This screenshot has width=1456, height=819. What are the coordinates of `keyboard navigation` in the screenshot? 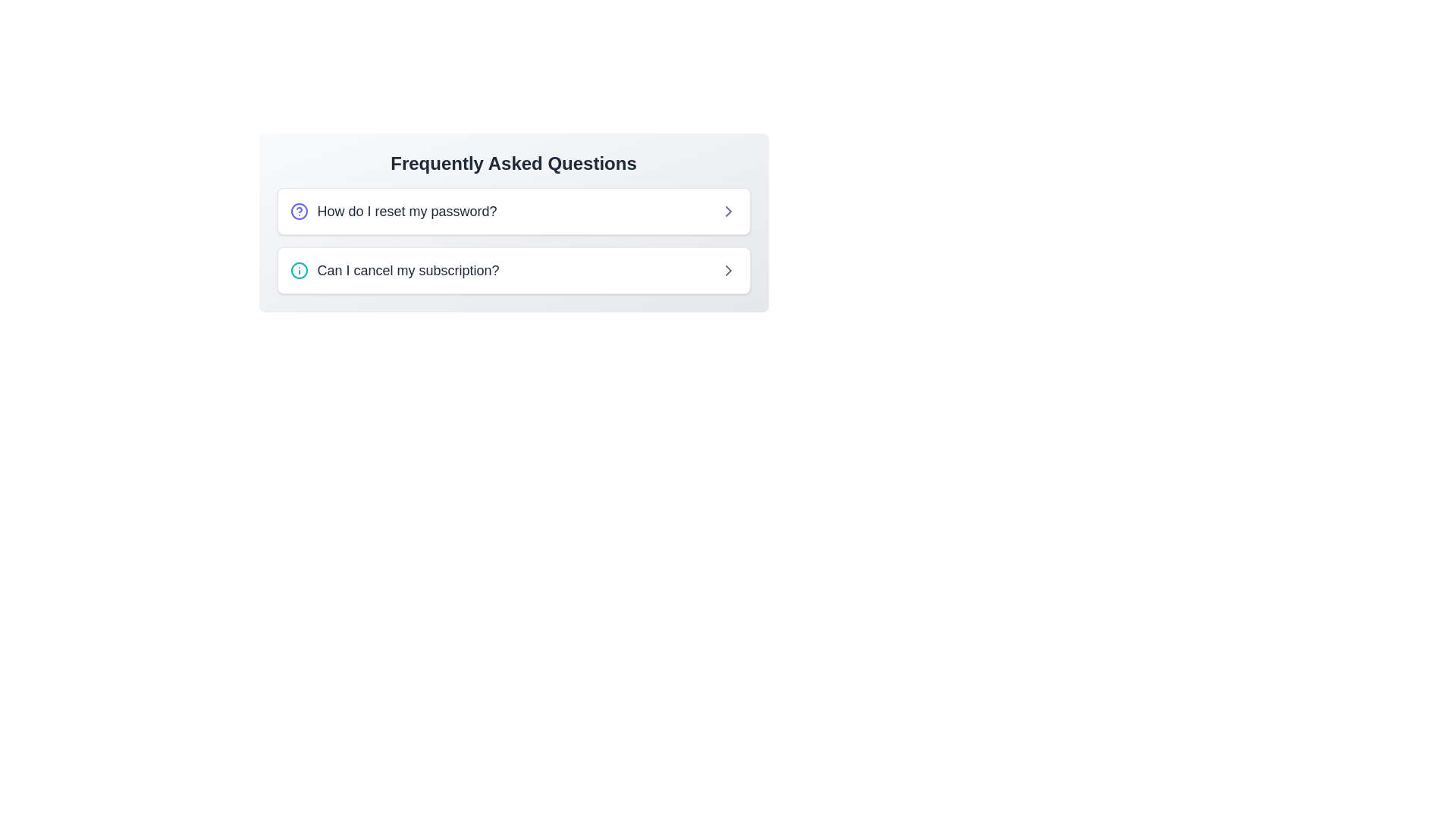 It's located at (407, 211).